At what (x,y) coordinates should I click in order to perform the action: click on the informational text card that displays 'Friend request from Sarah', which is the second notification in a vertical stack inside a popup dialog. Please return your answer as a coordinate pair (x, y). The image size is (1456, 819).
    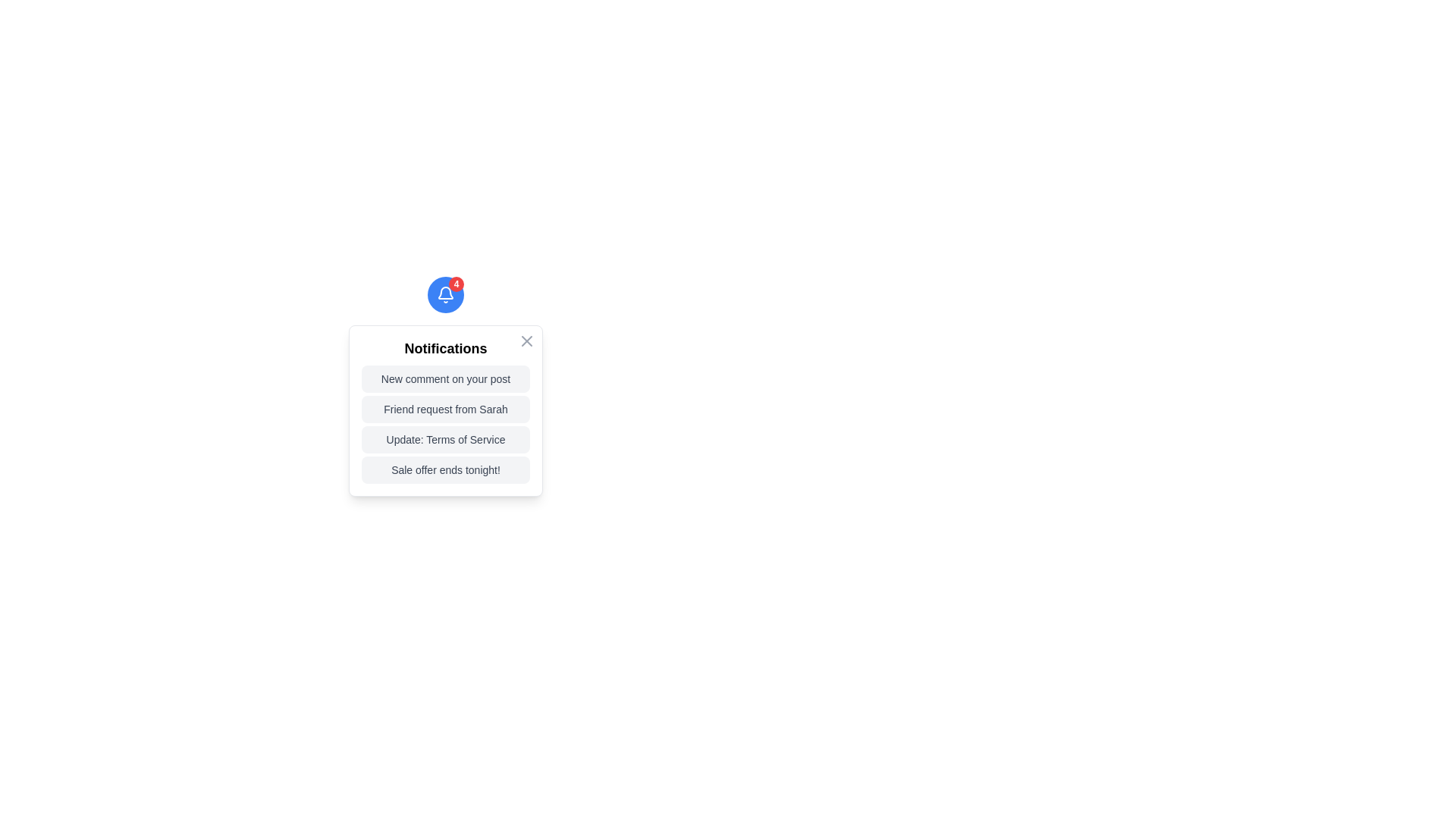
    Looking at the image, I should click on (445, 409).